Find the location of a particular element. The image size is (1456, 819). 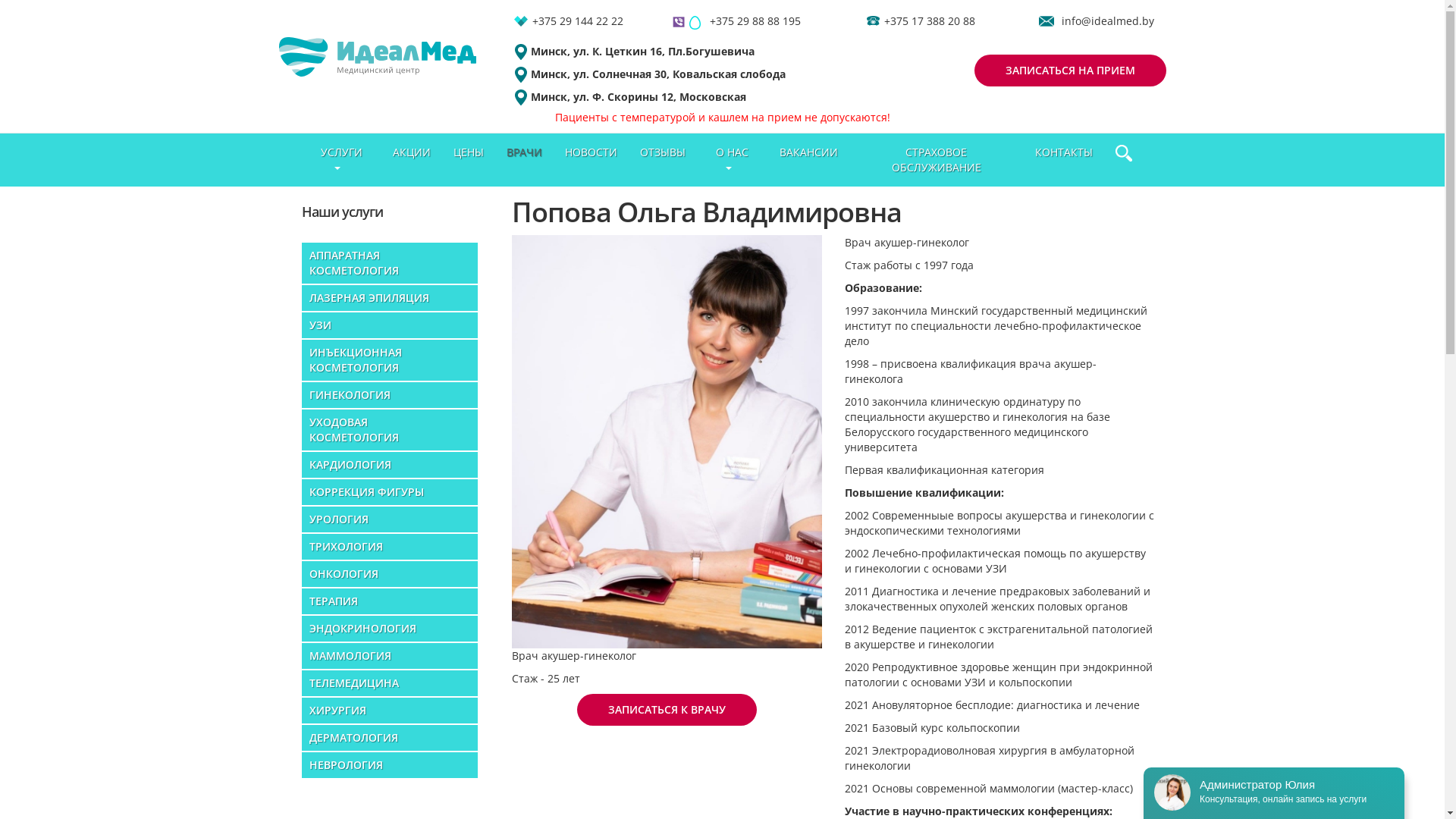

'+375 29 144 22 22' is located at coordinates (577, 20).